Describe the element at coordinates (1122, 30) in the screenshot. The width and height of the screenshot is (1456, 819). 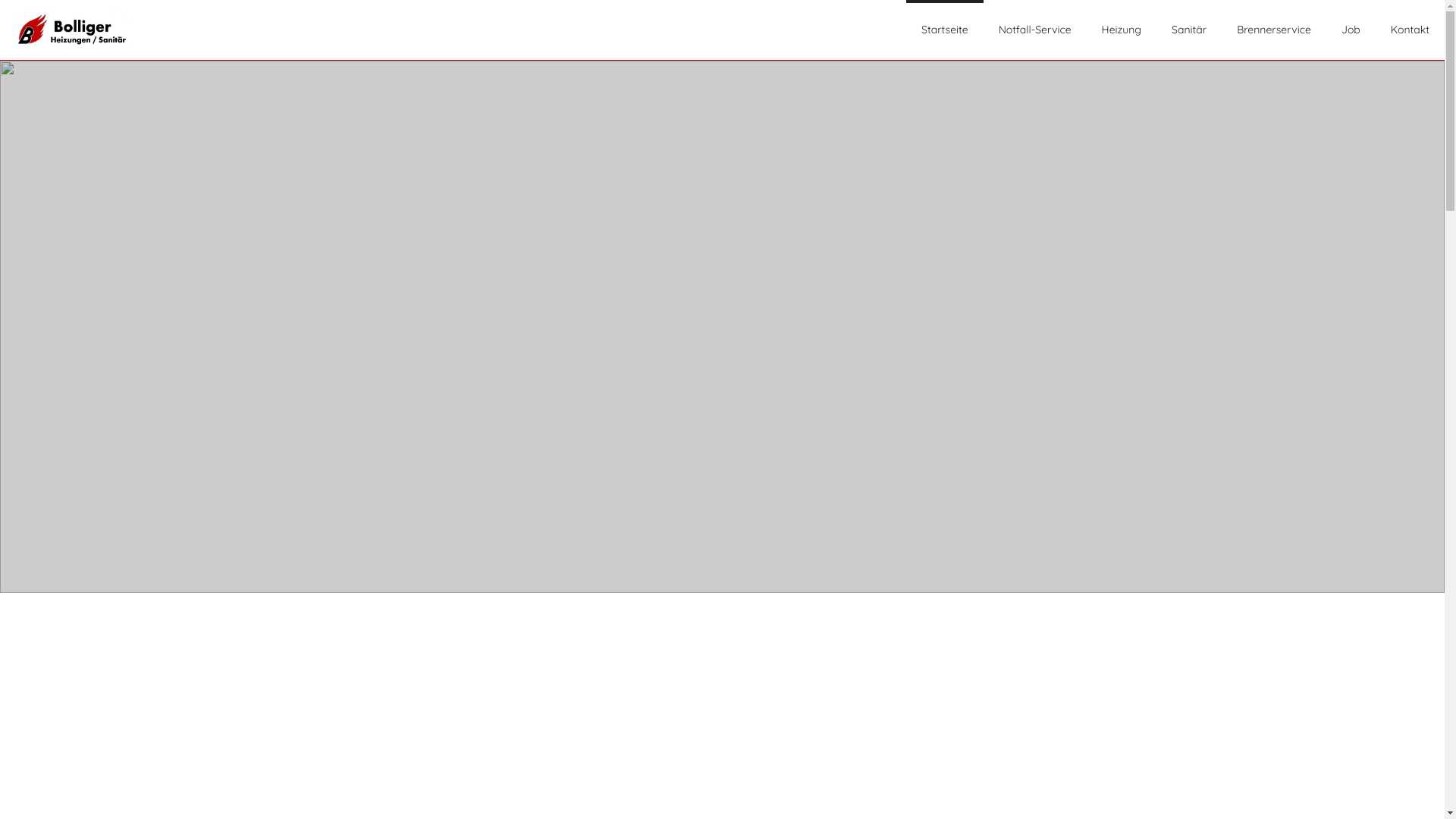
I see `'Heizung'` at that location.